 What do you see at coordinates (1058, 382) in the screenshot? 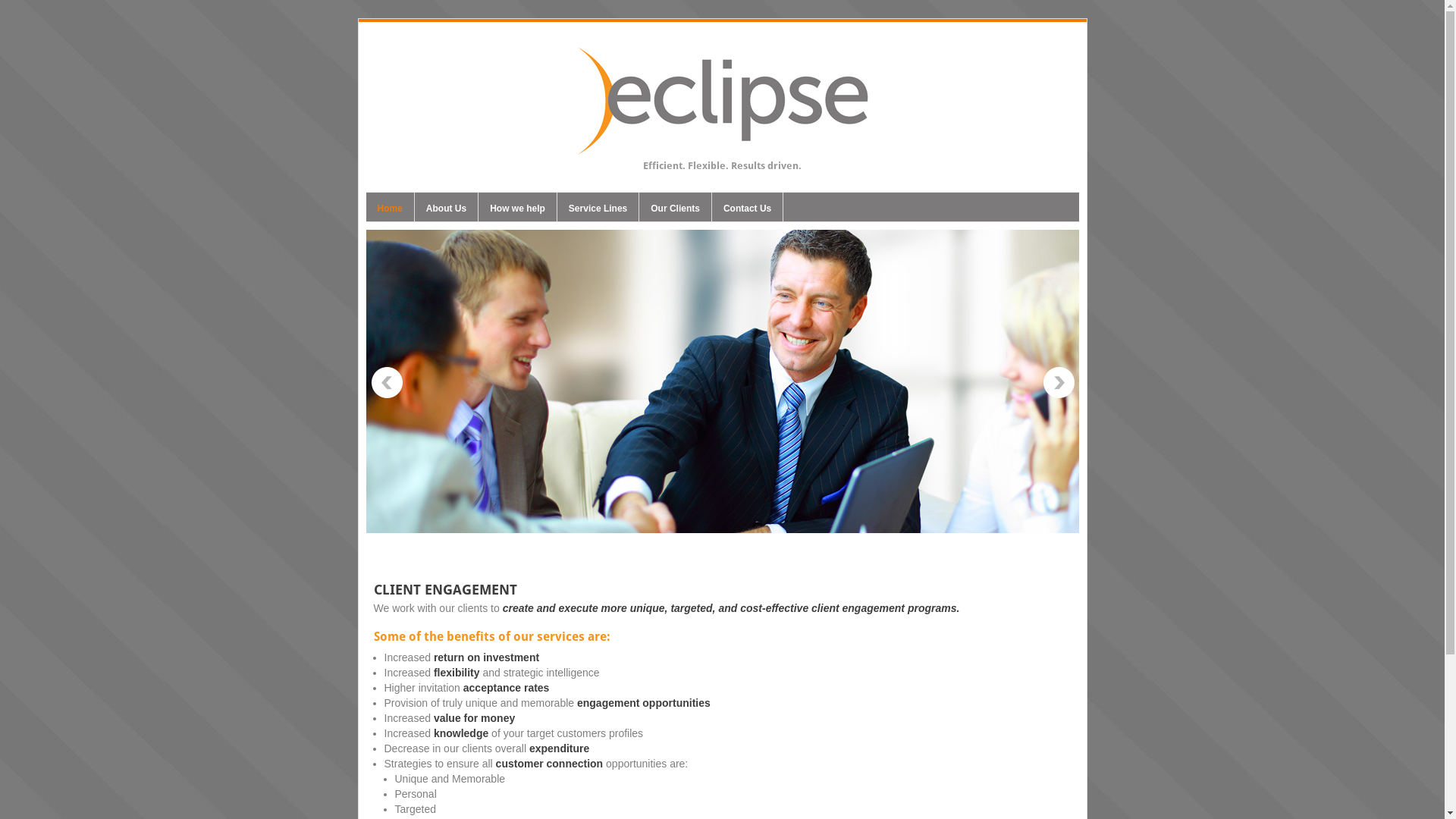
I see `'Next'` at bounding box center [1058, 382].